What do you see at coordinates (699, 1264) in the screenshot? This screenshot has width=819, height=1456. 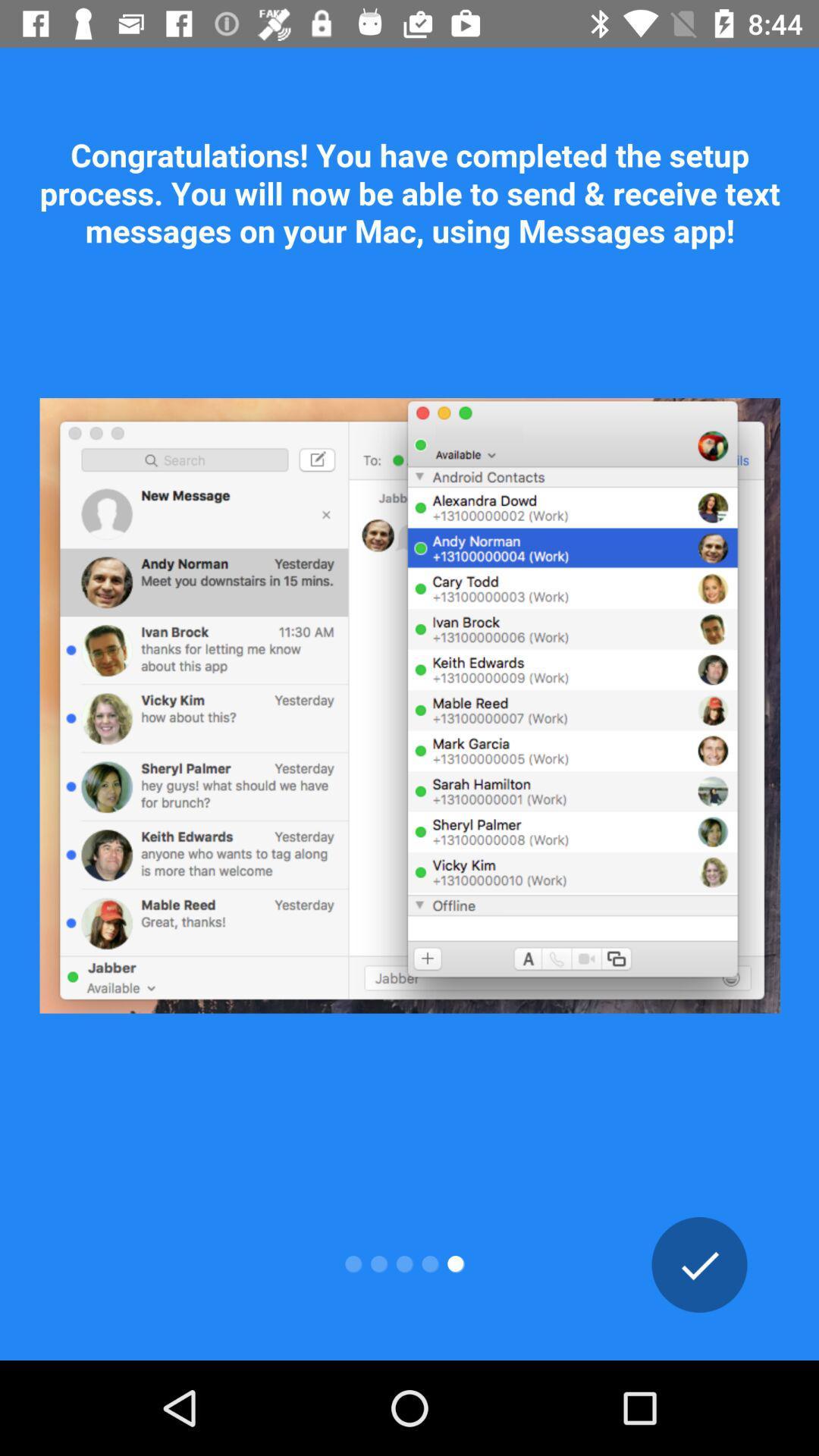 I see `the check icon` at bounding box center [699, 1264].